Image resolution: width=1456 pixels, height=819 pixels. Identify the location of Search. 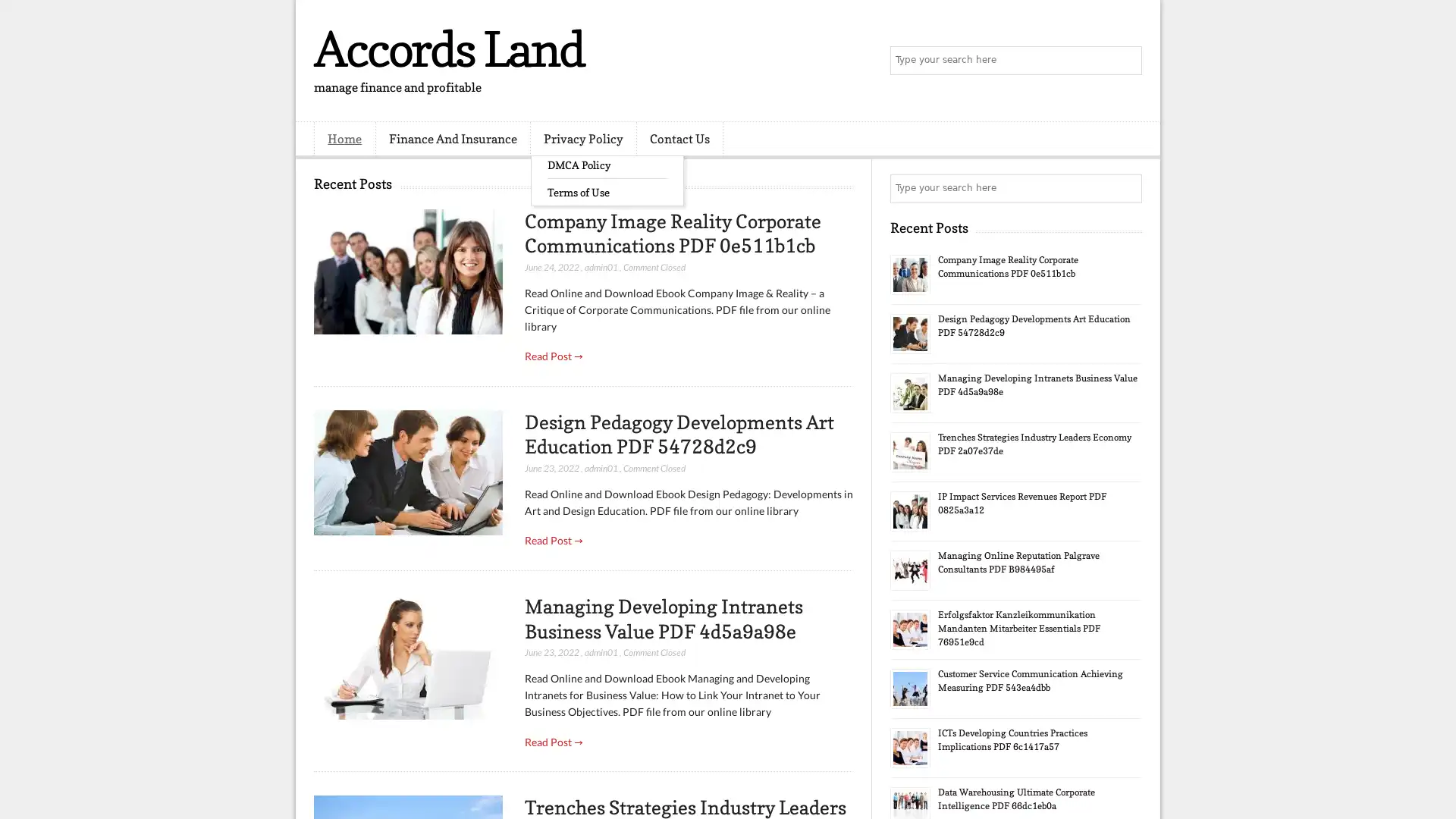
(1126, 61).